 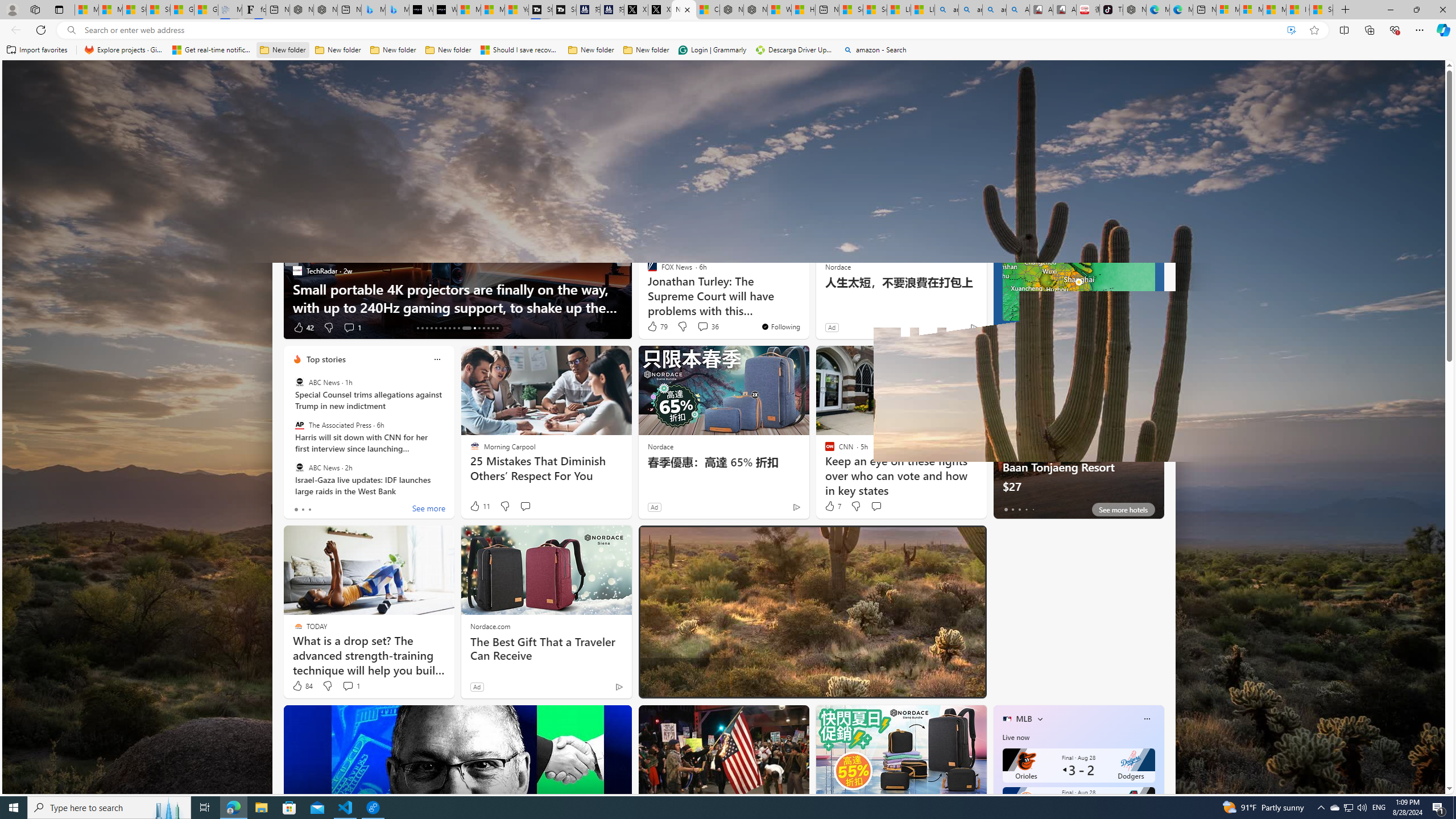 What do you see at coordinates (373, 9) in the screenshot?
I see `'Microsoft Bing Travel - Stays in Bangkok, Bangkok, Thailand'` at bounding box center [373, 9].